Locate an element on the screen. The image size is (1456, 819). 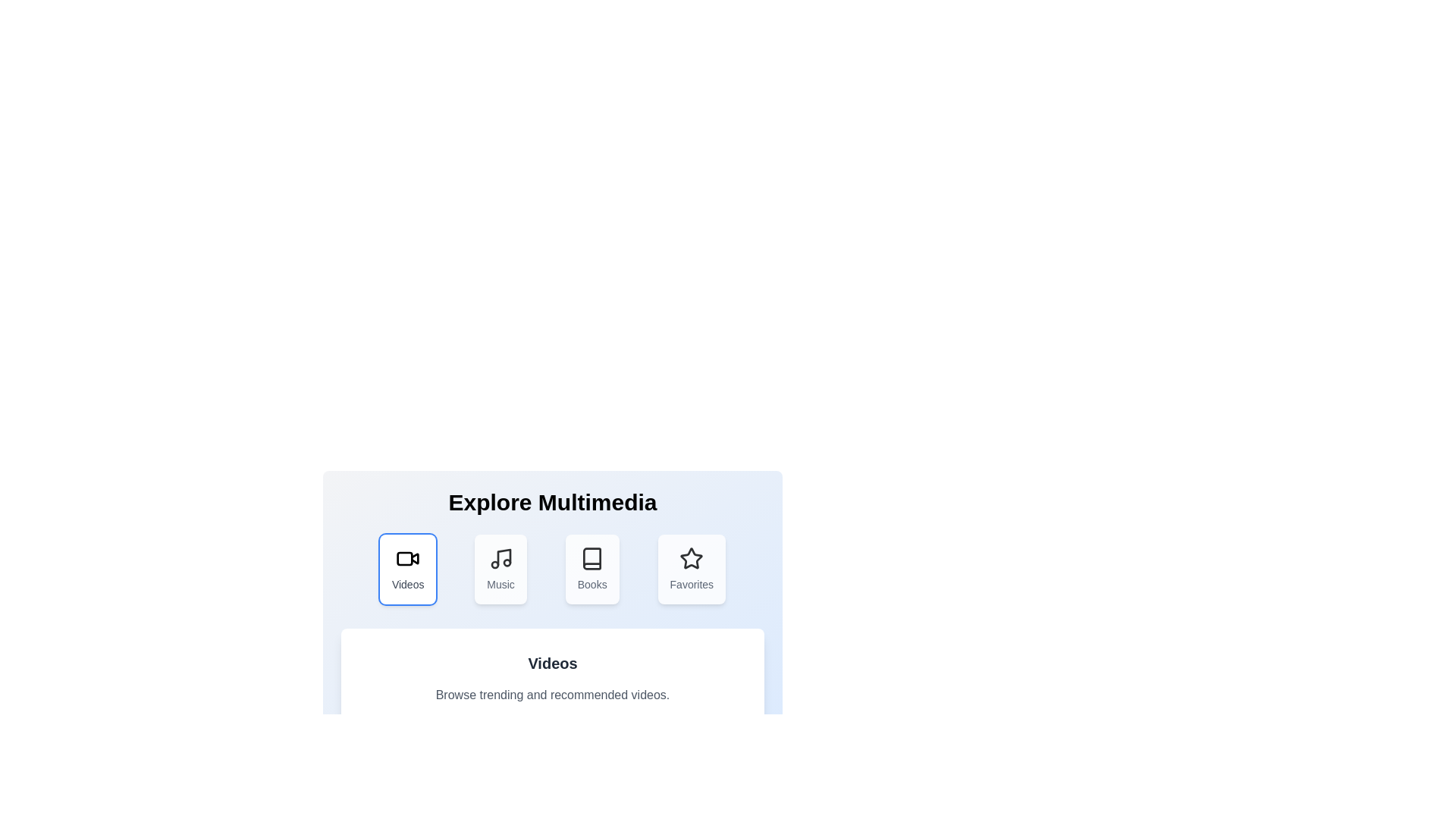
the tab labeled Videos to view its content is located at coordinates (407, 570).